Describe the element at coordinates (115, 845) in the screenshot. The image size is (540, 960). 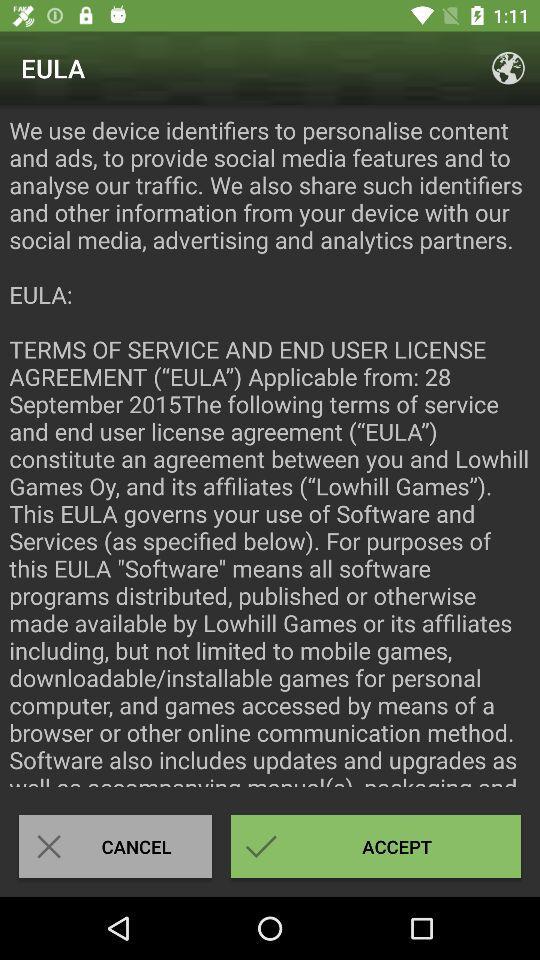
I see `the icon at the bottom left corner` at that location.